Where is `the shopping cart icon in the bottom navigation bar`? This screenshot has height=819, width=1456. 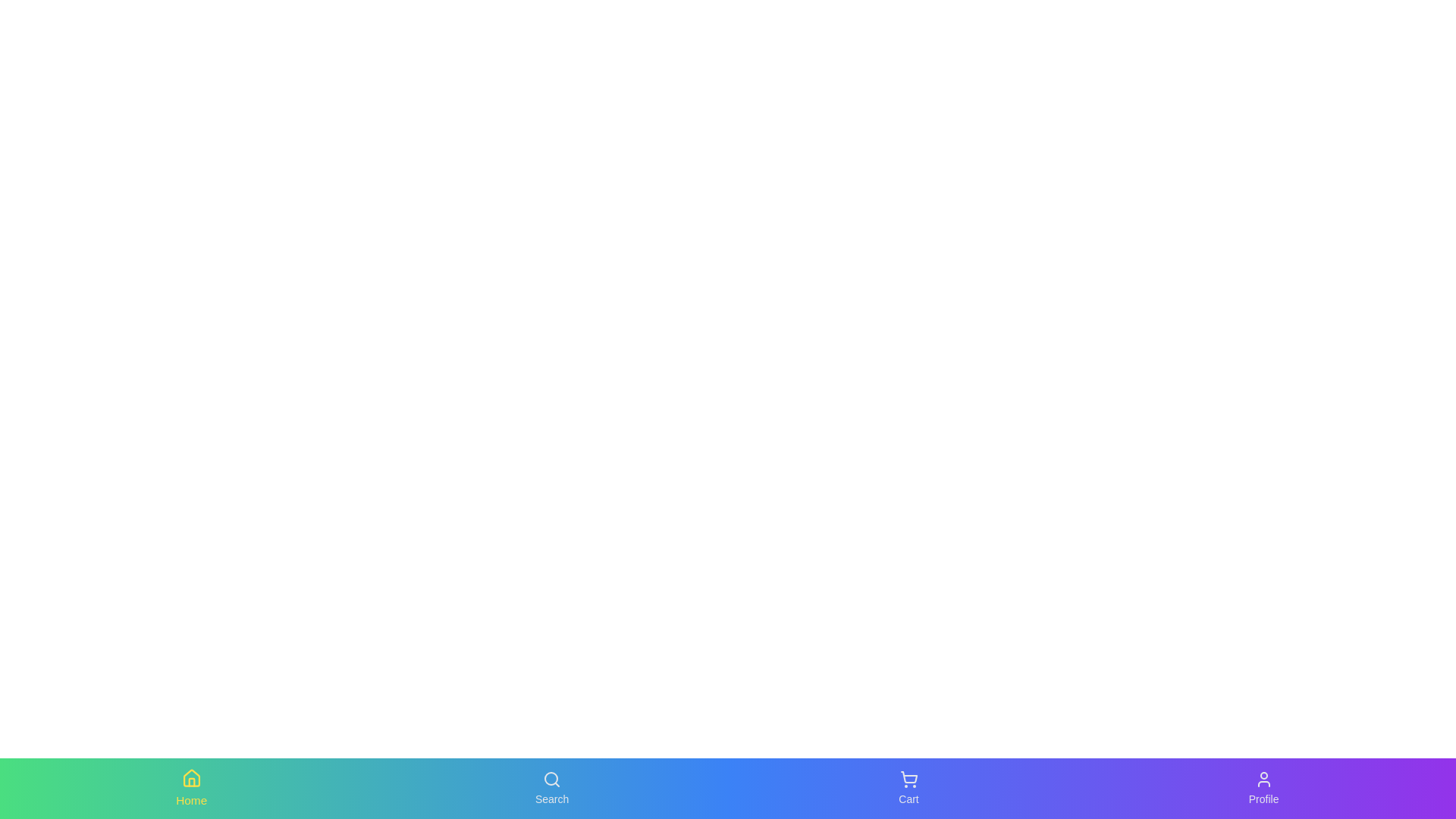
the shopping cart icon in the bottom navigation bar is located at coordinates (908, 780).